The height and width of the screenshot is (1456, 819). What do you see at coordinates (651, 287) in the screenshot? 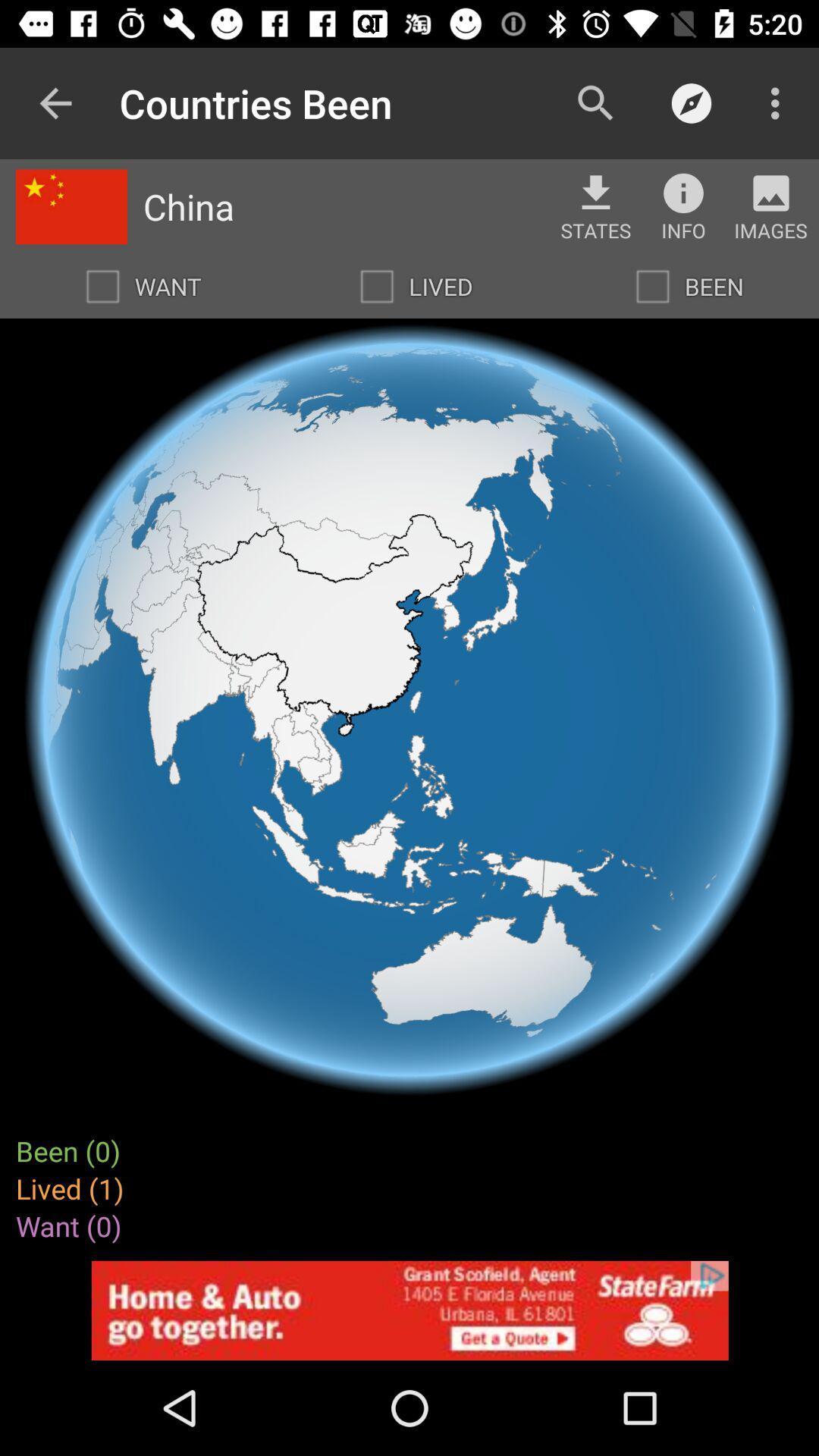
I see `user to check box if been to china` at bounding box center [651, 287].